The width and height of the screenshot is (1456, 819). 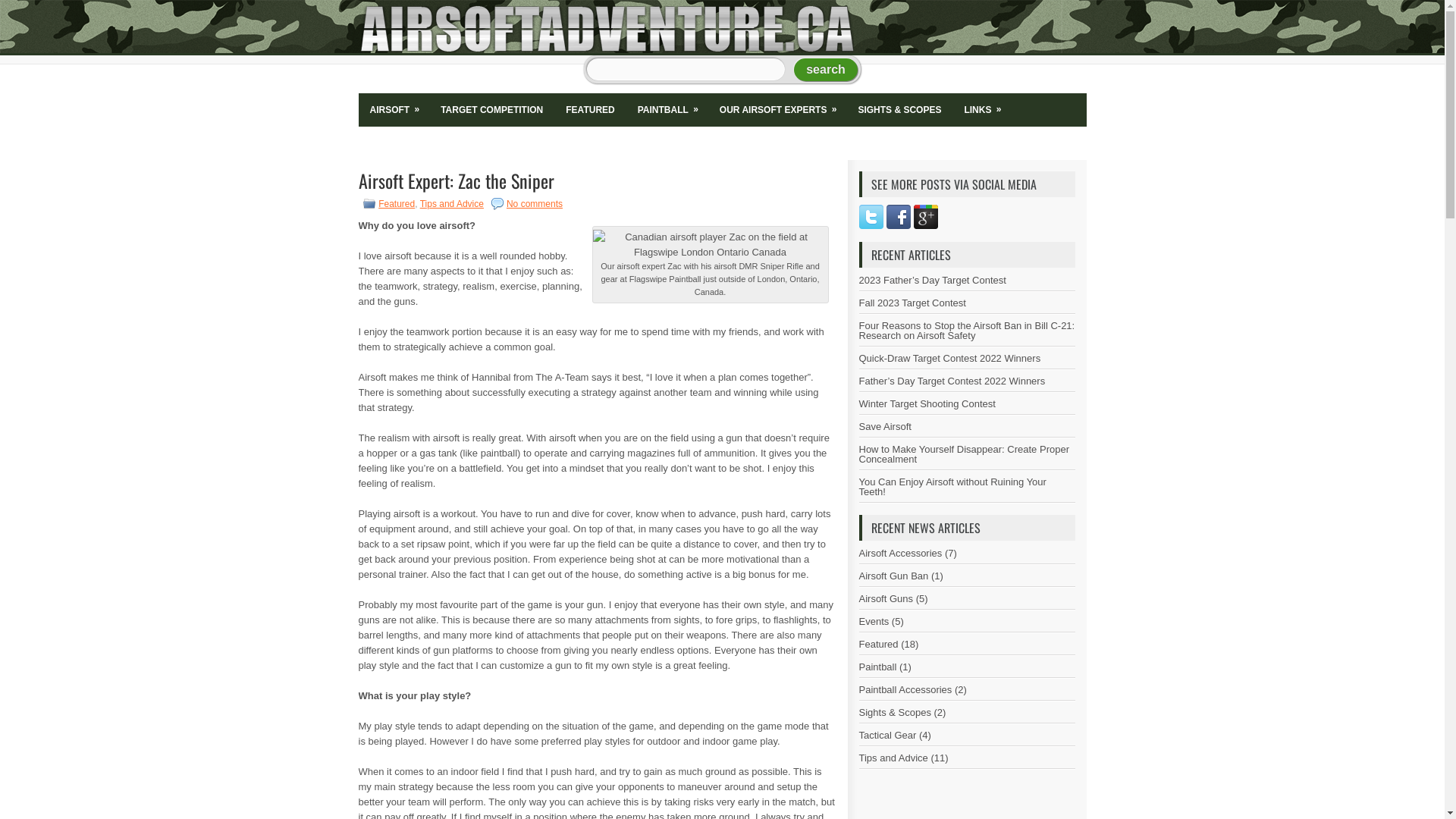 I want to click on 'Tactical Gear', so click(x=887, y=734).